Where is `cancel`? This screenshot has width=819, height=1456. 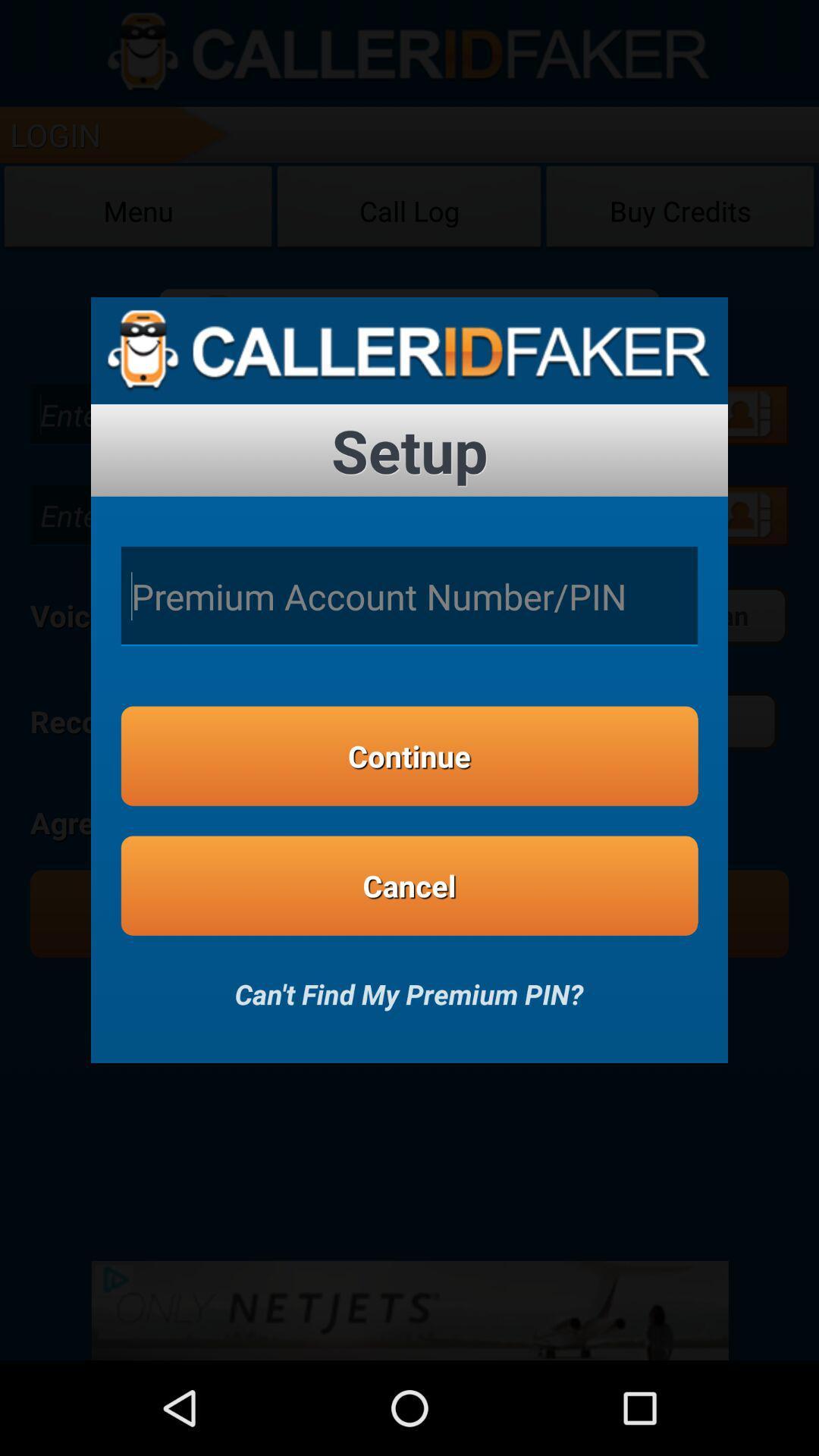
cancel is located at coordinates (409, 886).